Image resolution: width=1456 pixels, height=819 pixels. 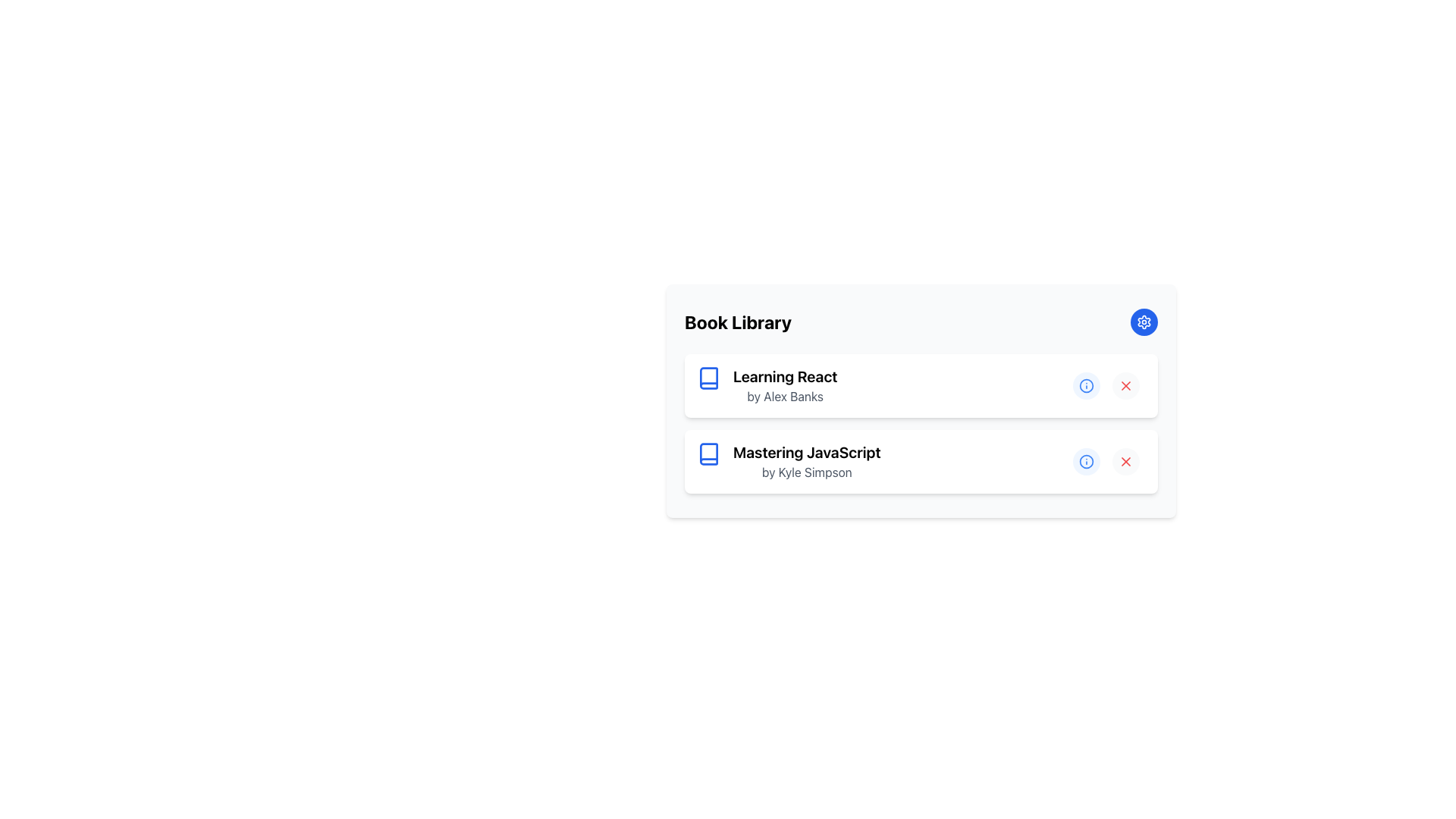 I want to click on the title text label of the book 'Mastering JavaScript', which is positioned above the author's name 'by Kyle Simpson', so click(x=806, y=452).